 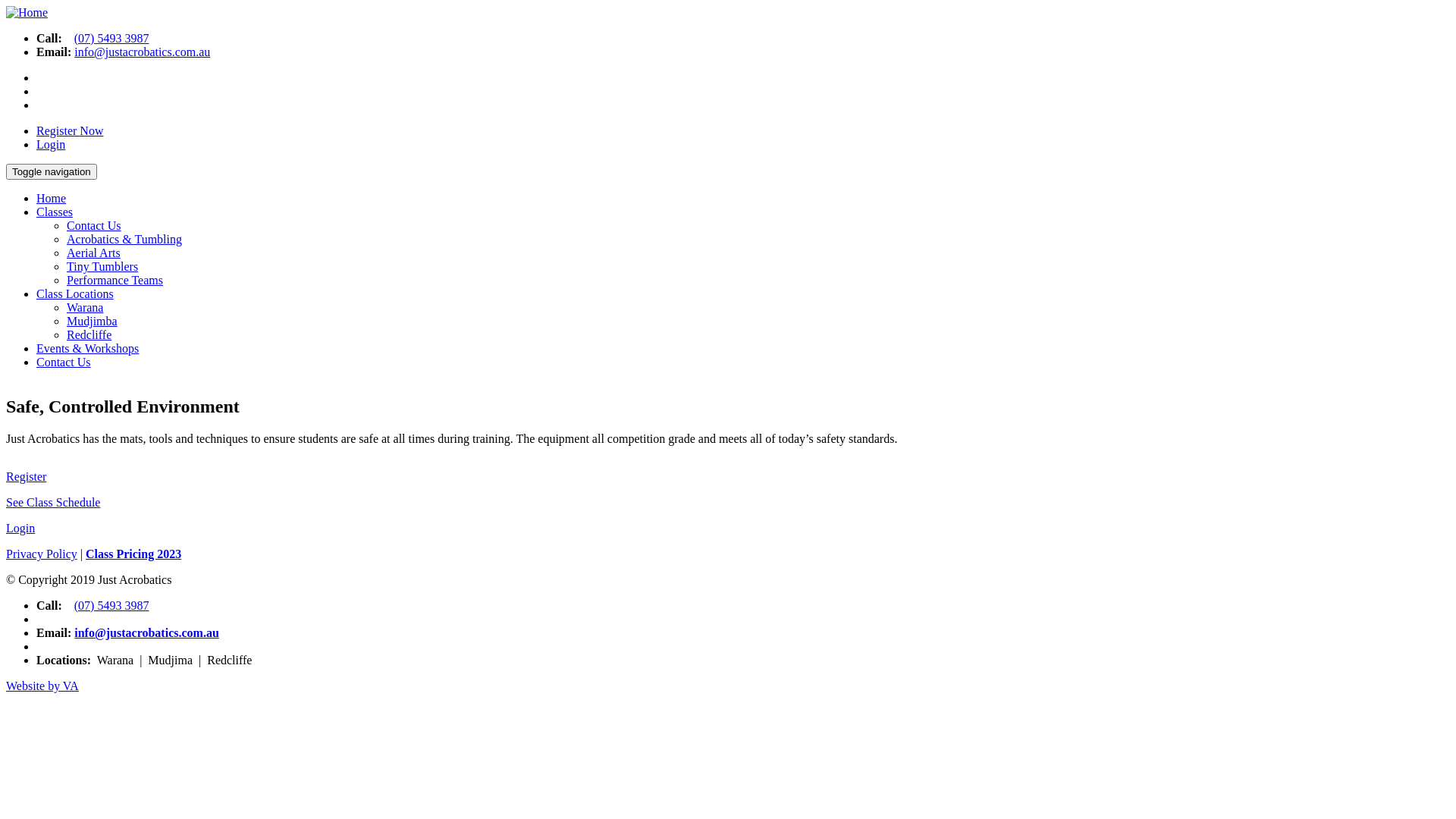 I want to click on 'Privacy Policy', so click(x=41, y=554).